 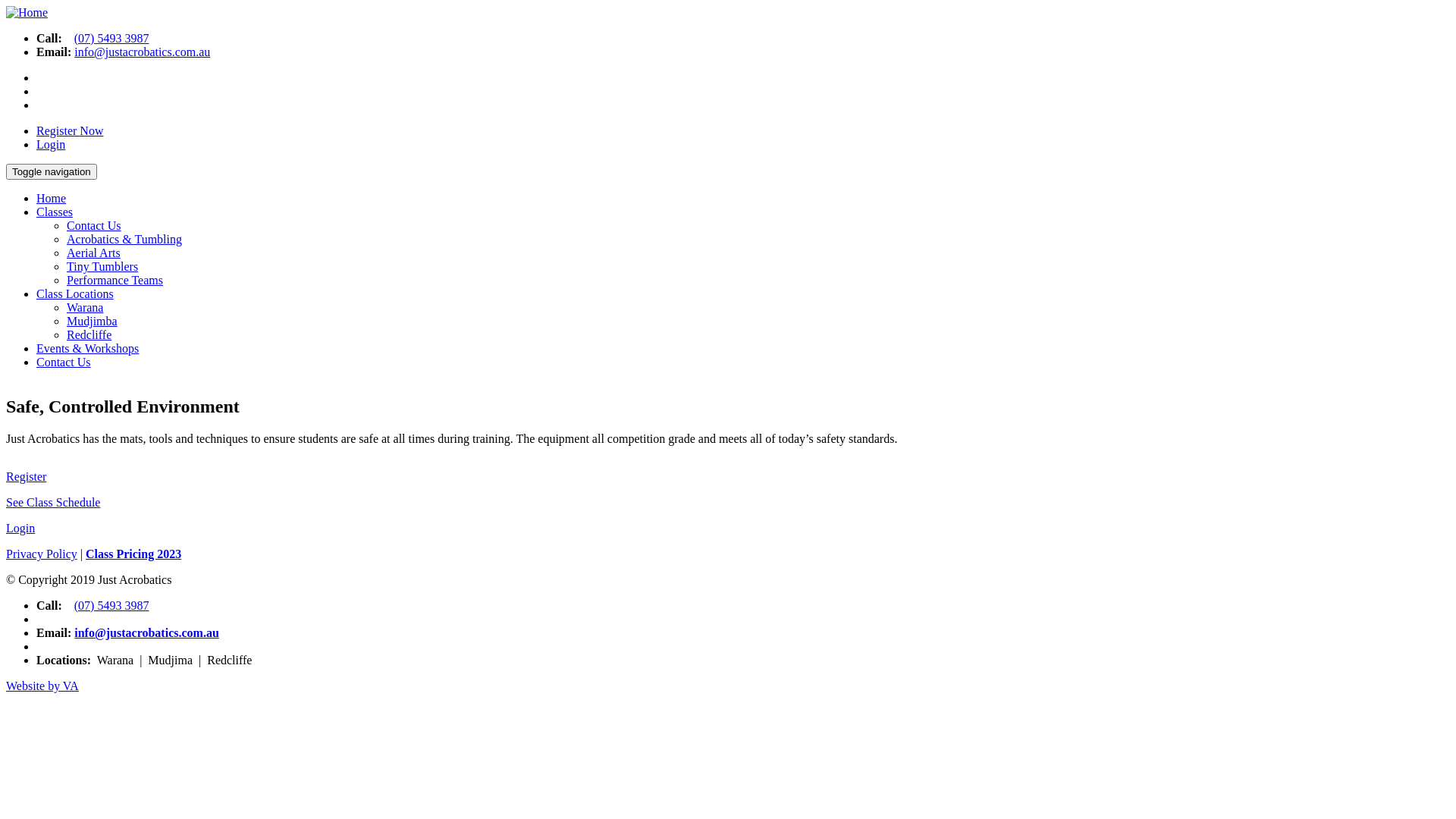 I want to click on 'Privacy Policy', so click(x=41, y=554).